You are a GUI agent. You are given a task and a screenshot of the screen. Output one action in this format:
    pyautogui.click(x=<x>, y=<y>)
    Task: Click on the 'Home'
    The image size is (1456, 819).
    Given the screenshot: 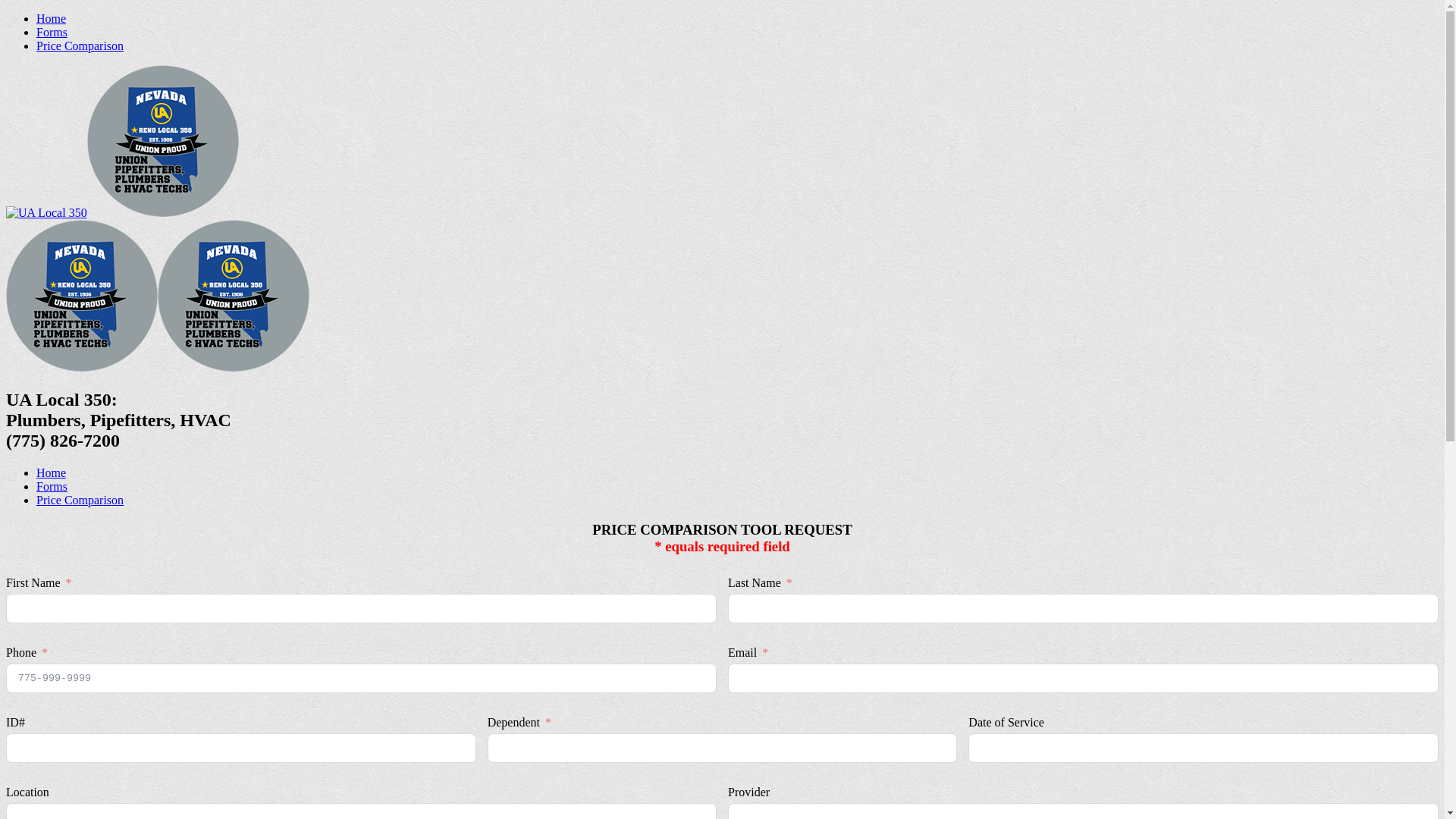 What is the action you would take?
    pyautogui.click(x=51, y=18)
    